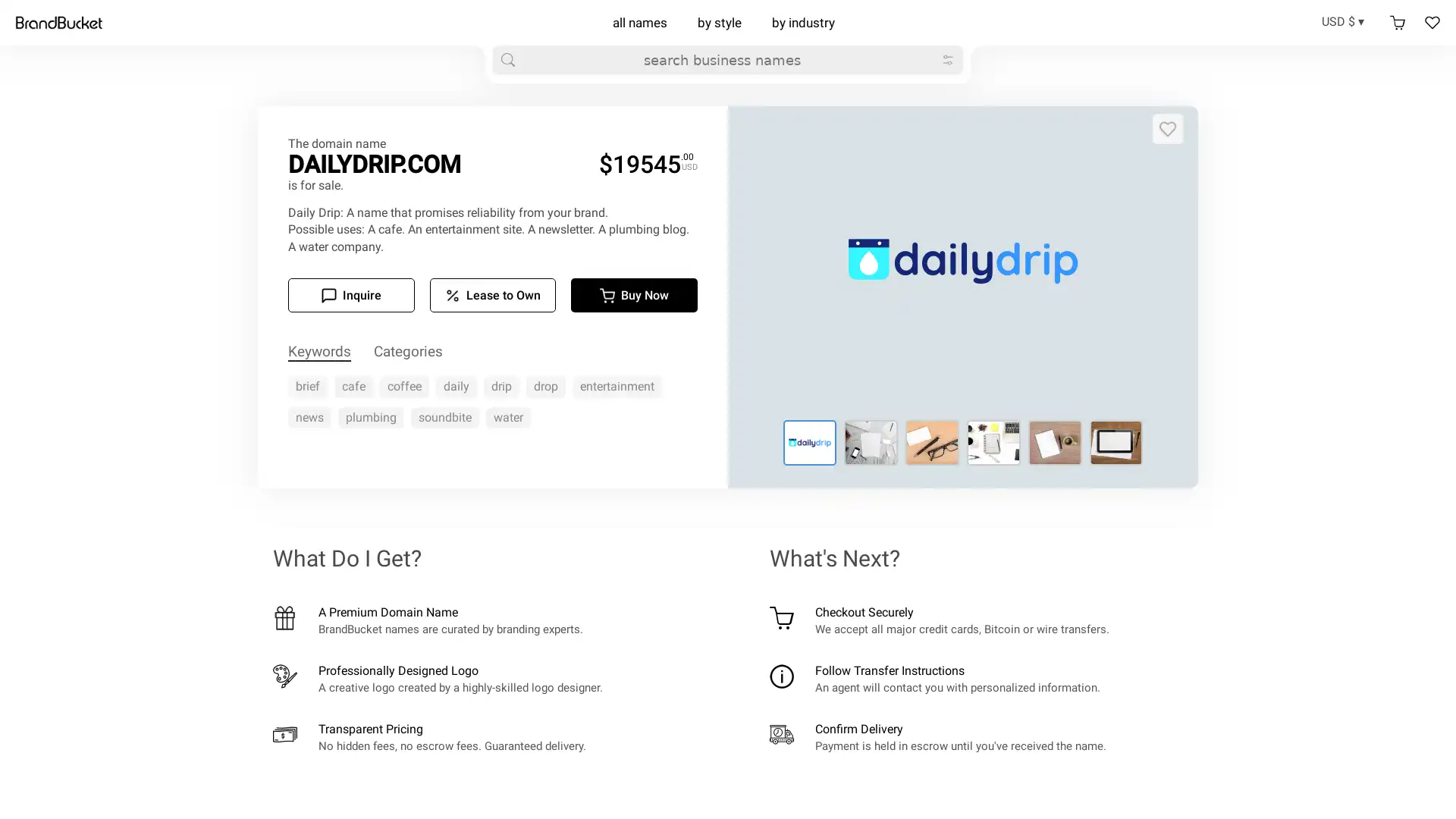  Describe the element at coordinates (318, 352) in the screenshot. I see `Keywords` at that location.